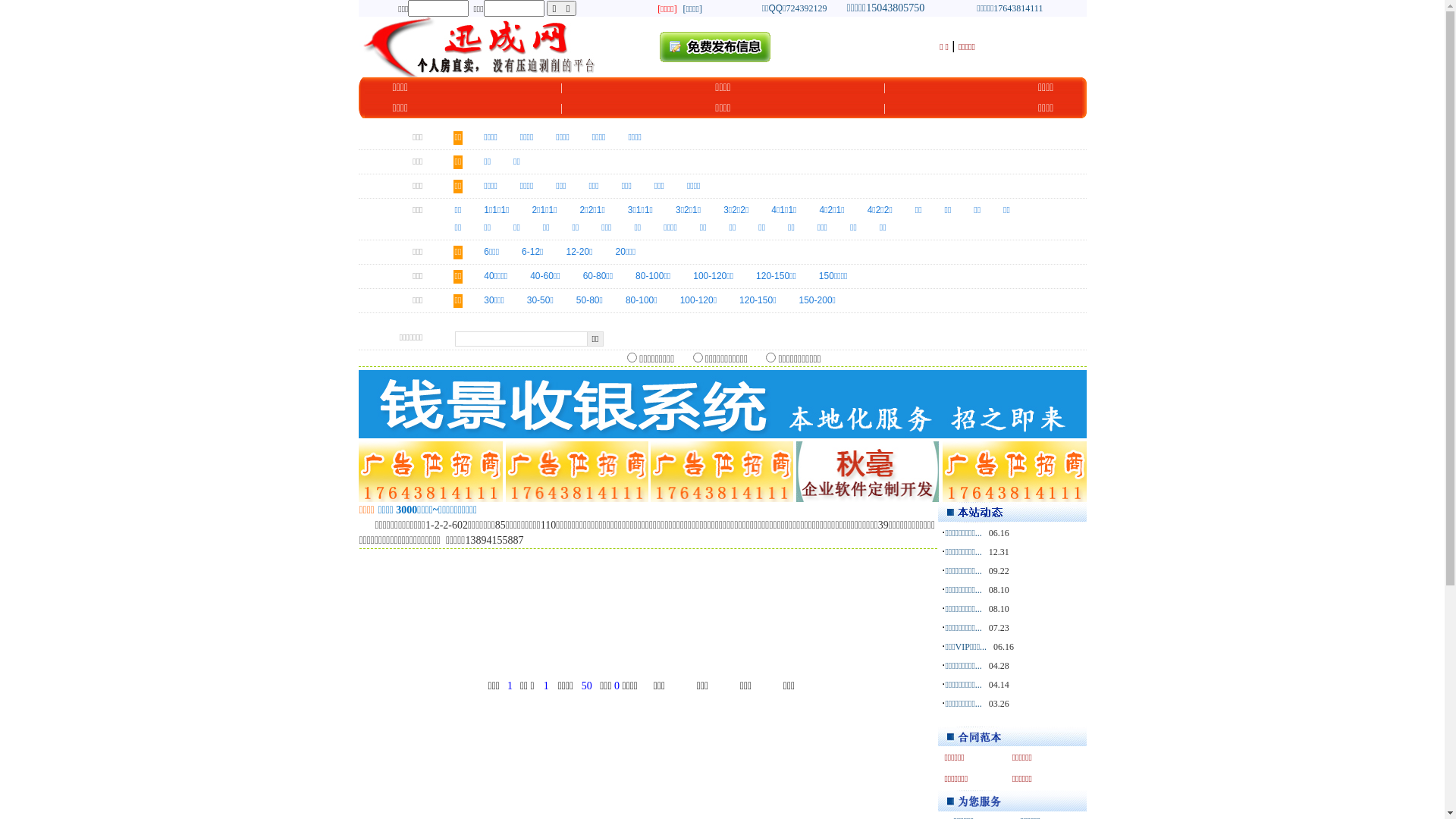 The width and height of the screenshot is (1456, 819). I want to click on 'cb_f3', so click(770, 357).